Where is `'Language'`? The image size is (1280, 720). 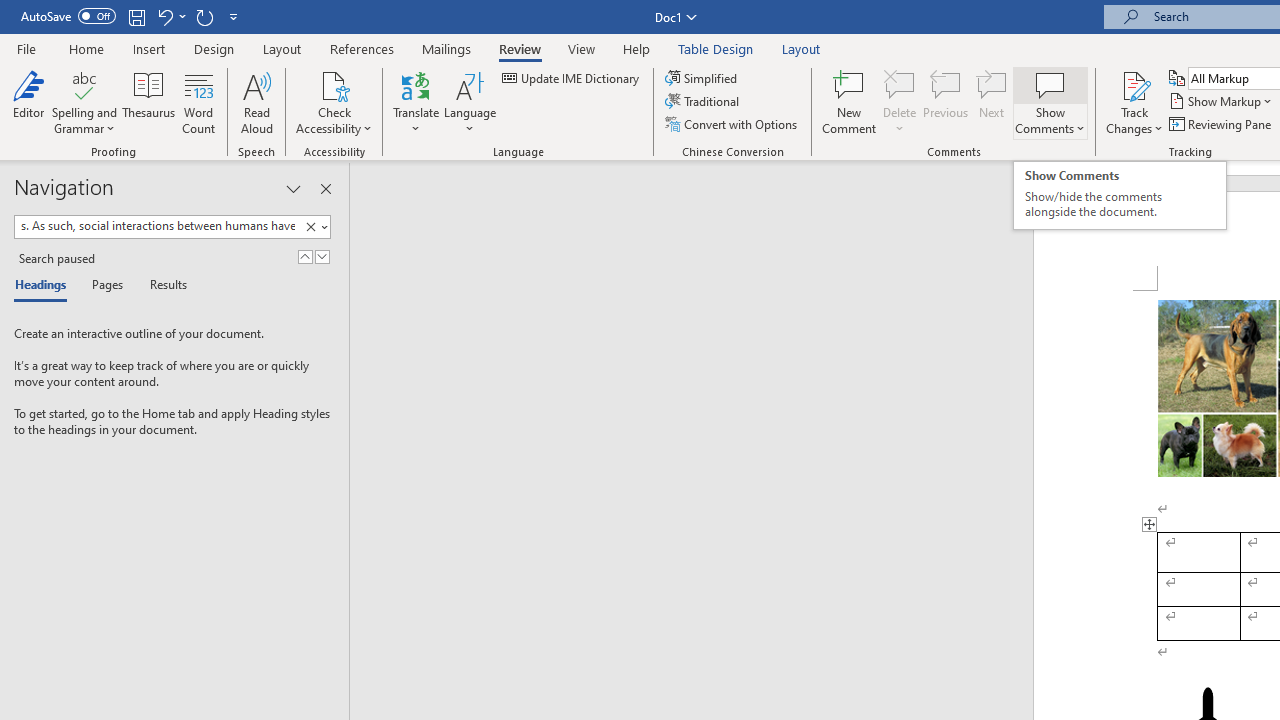 'Language' is located at coordinates (469, 103).